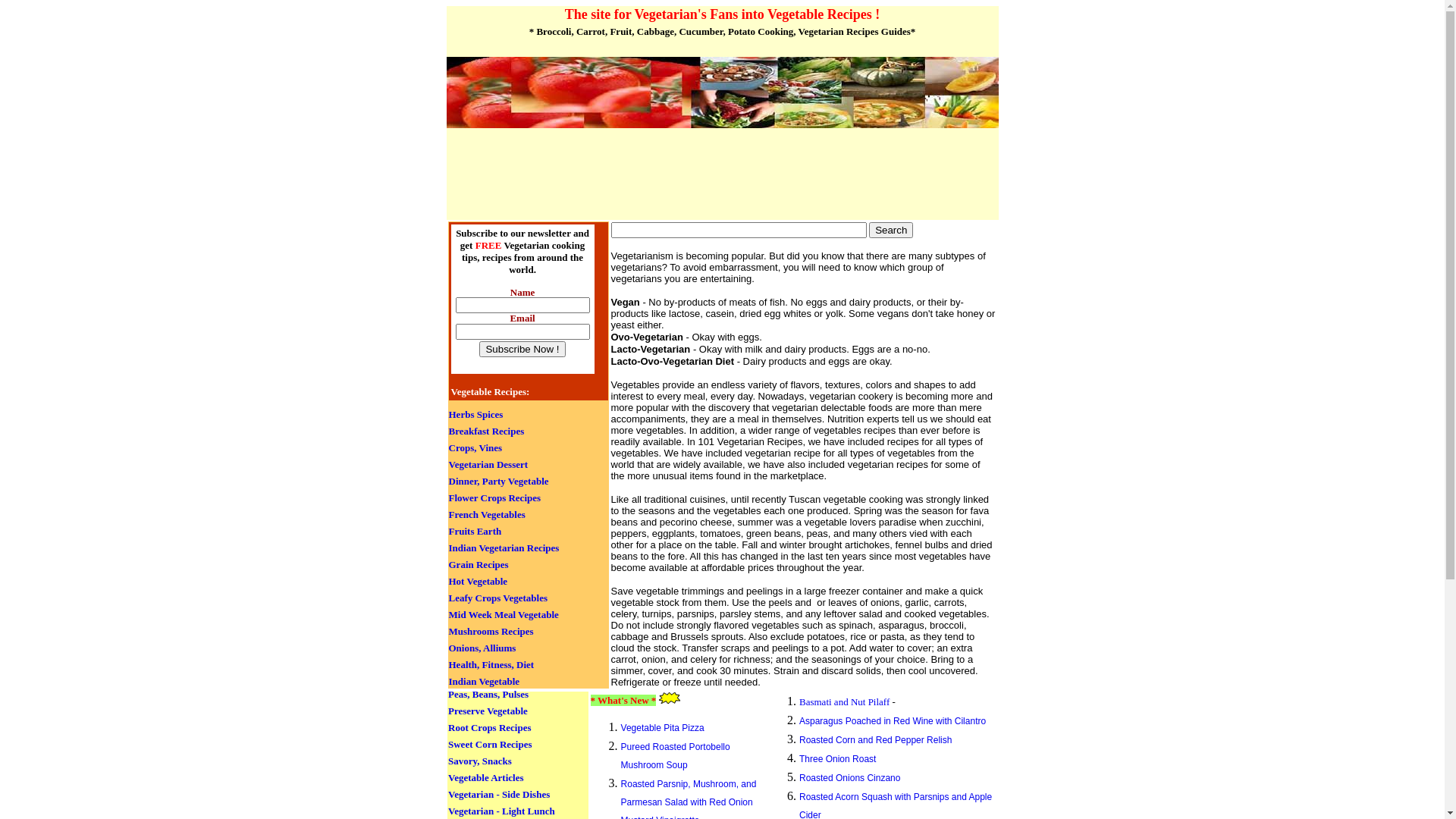 The width and height of the screenshot is (1456, 819). I want to click on 'Root Crops Recipes', so click(490, 726).